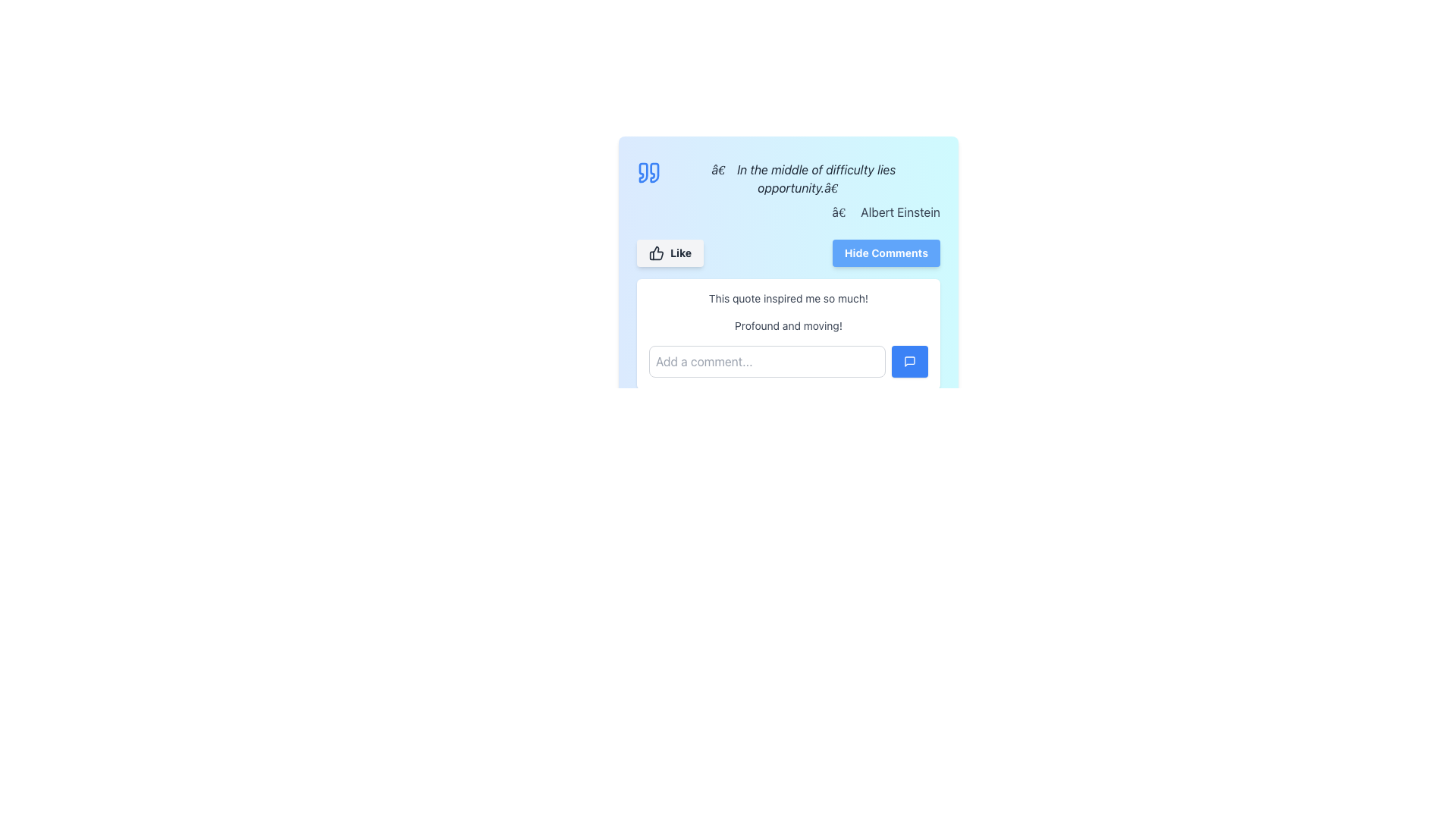  Describe the element at coordinates (656, 253) in the screenshot. I see `the thumbs-up icon, which is a dark gray, cleanly styled icon located to the left of the 'Like' text` at that location.